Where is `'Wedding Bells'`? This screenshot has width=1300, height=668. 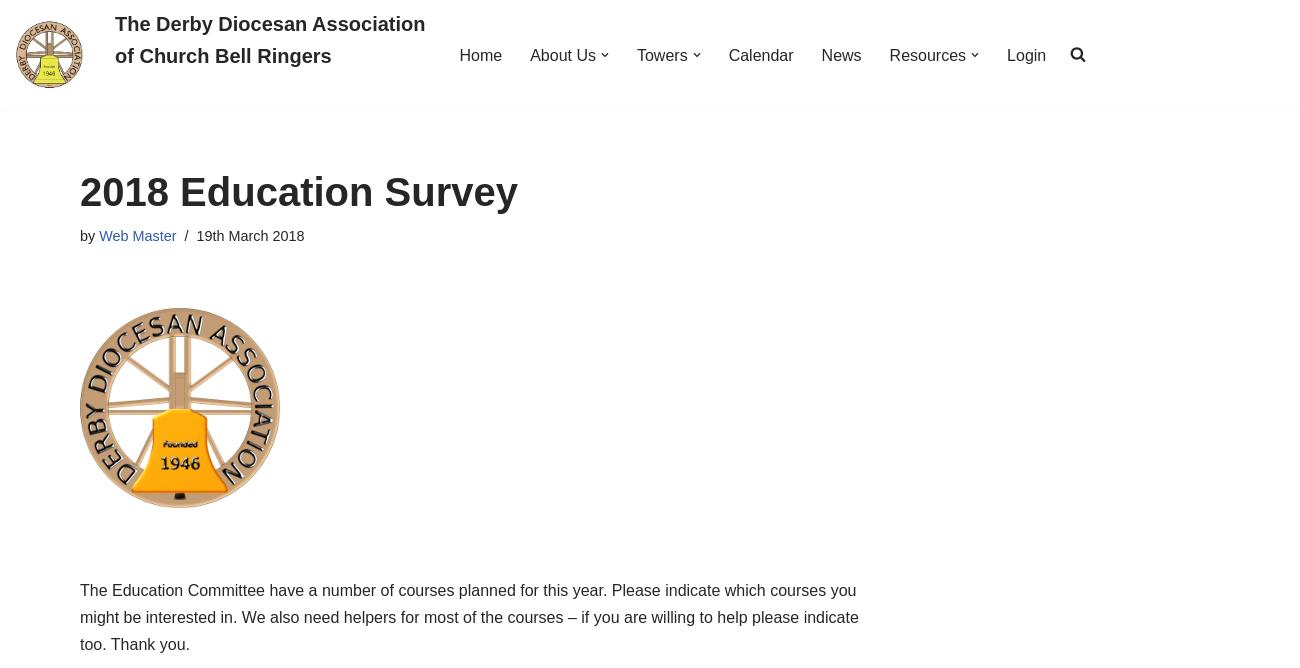
'Wedding Bells' is located at coordinates (796, 546).